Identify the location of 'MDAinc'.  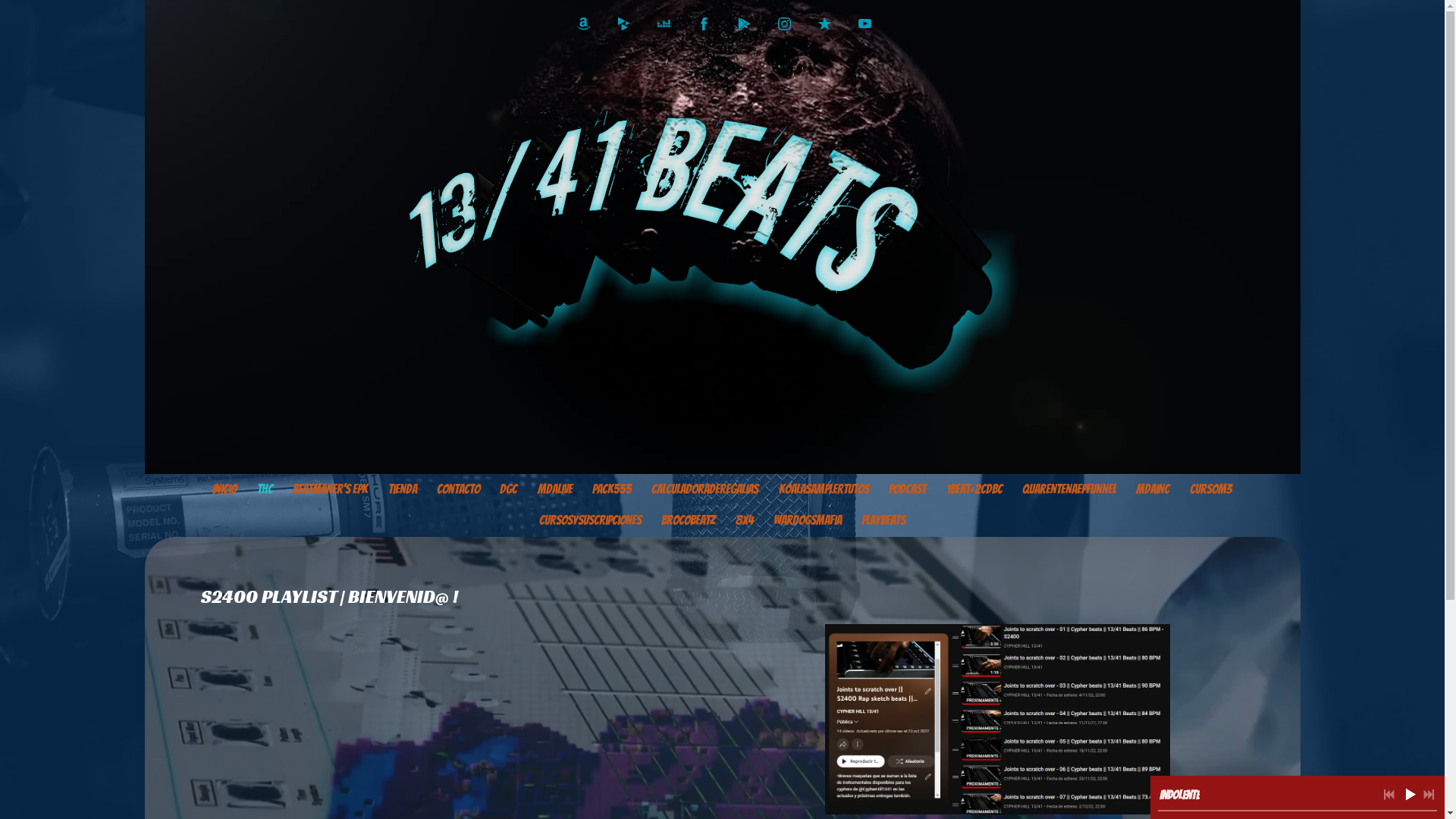
(1153, 489).